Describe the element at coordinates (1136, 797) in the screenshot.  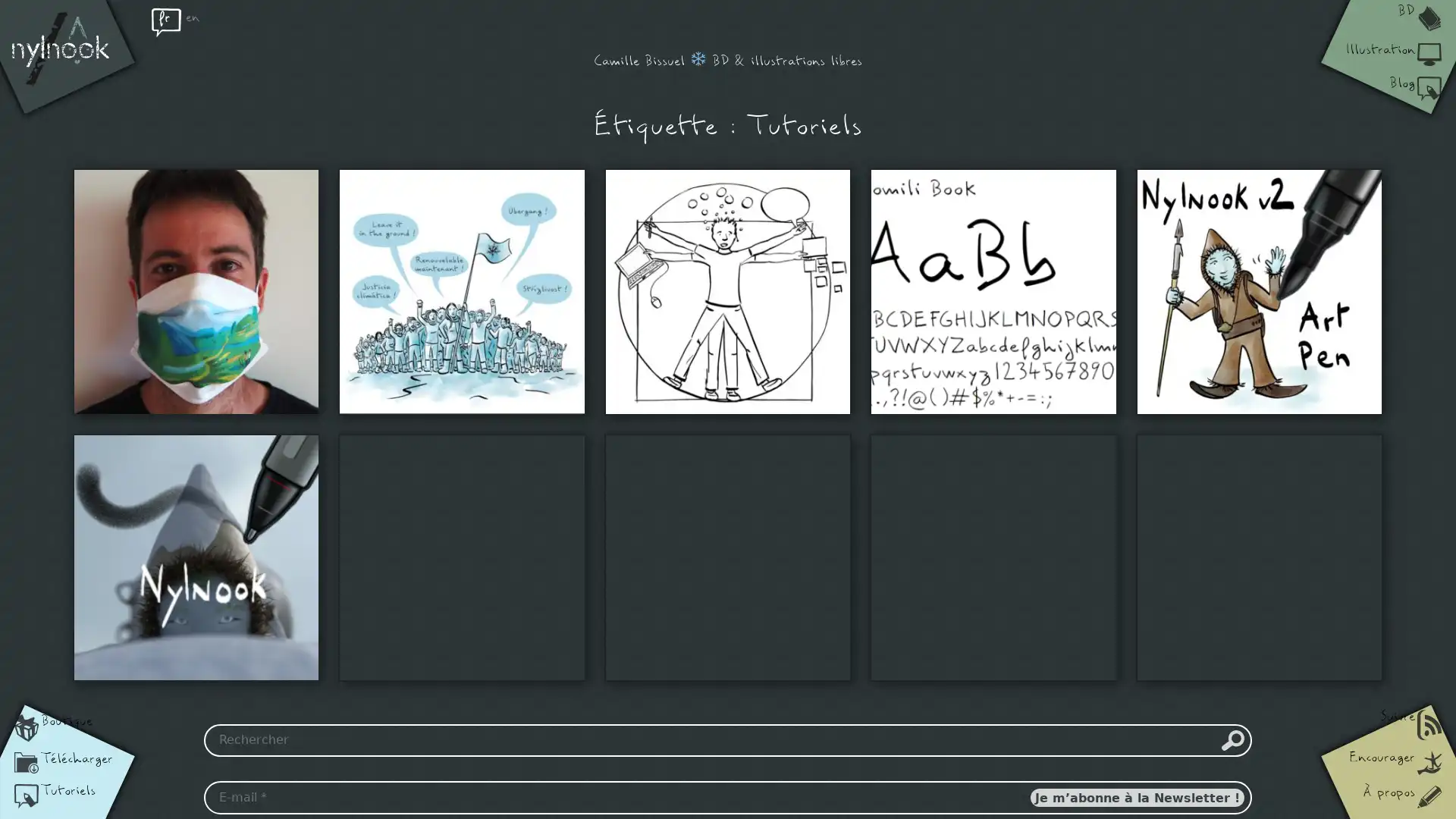
I see `Je mabonne a la Newsletter !` at that location.